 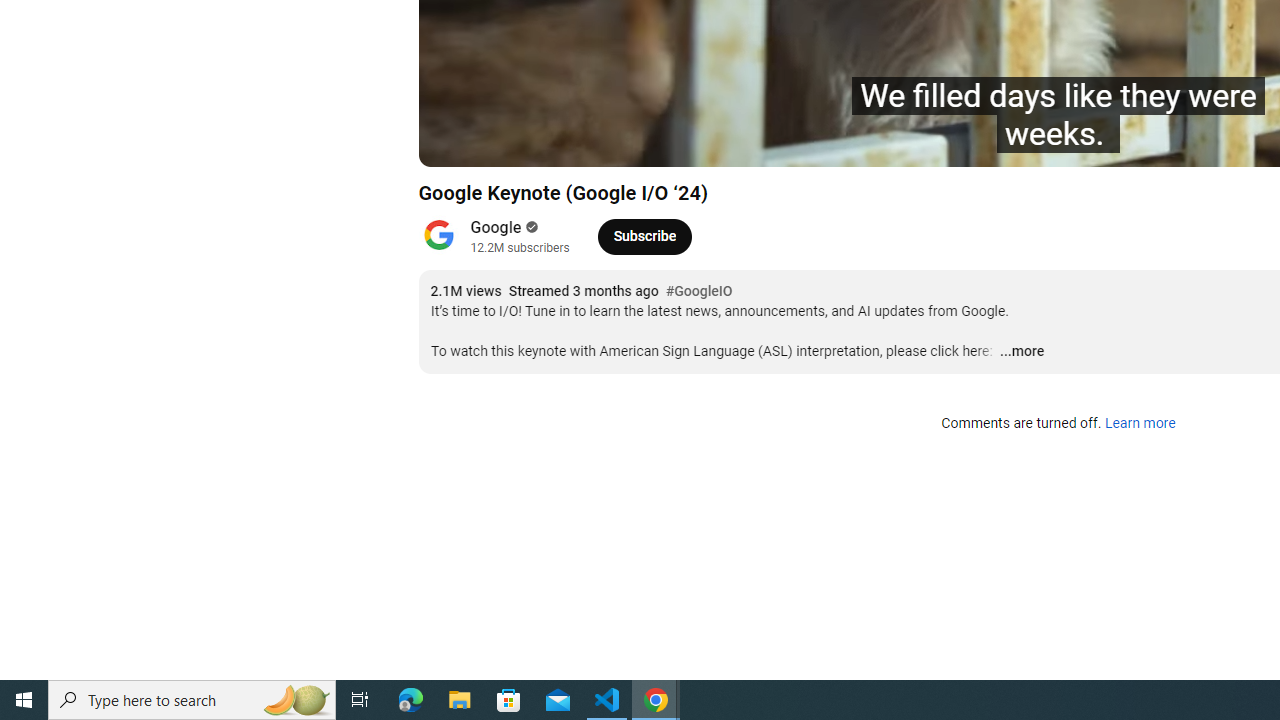 I want to click on 'Learn more', so click(x=1139, y=423).